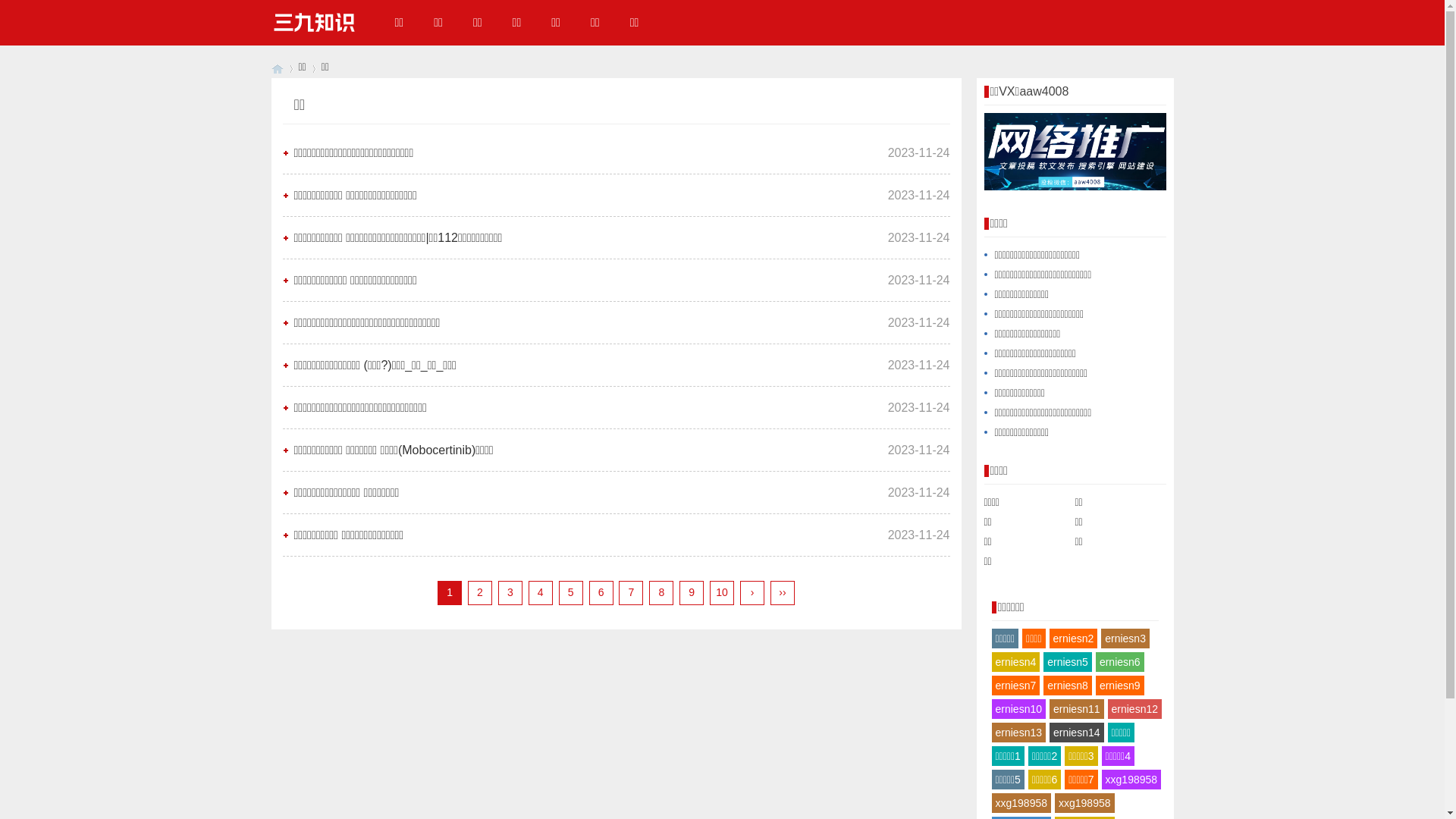  What do you see at coordinates (498, 592) in the screenshot?
I see `'3'` at bounding box center [498, 592].